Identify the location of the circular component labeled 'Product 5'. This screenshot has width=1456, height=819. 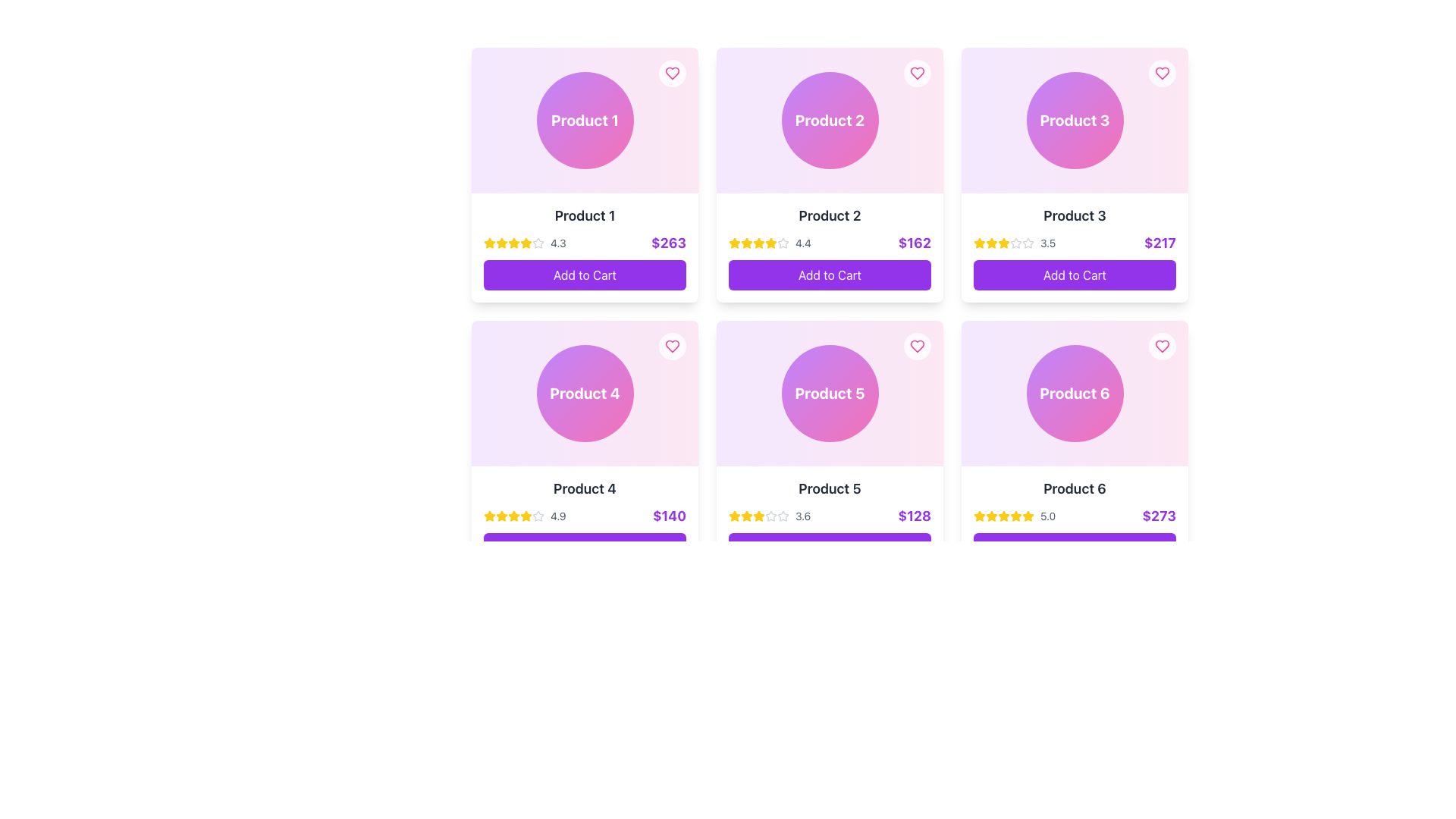
(829, 393).